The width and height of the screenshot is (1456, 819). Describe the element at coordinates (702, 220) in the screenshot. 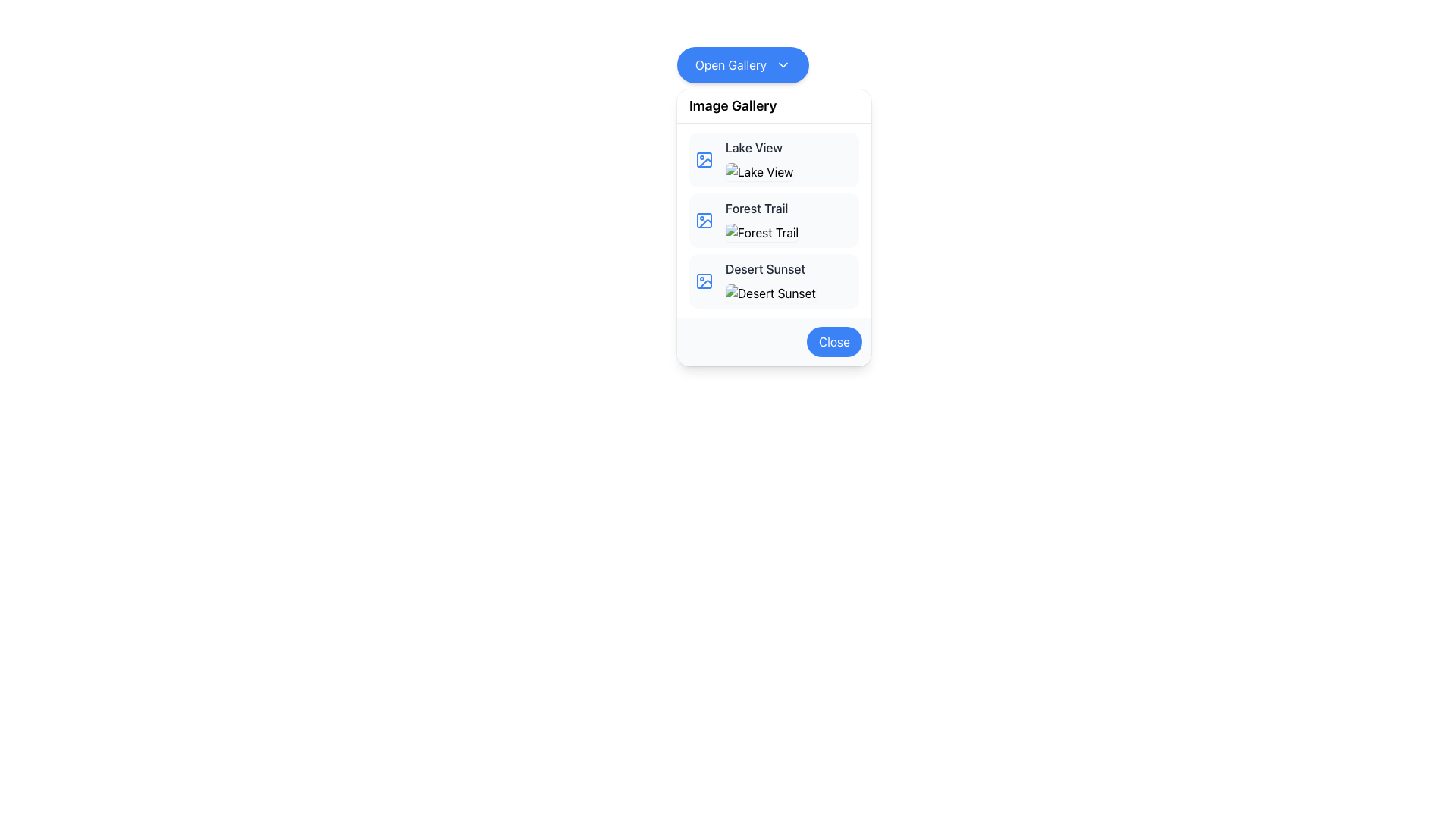

I see `the small square shape with rounded corners in the icon representing gallery content, located in the second row adjacent to 'Forest Trail'` at that location.